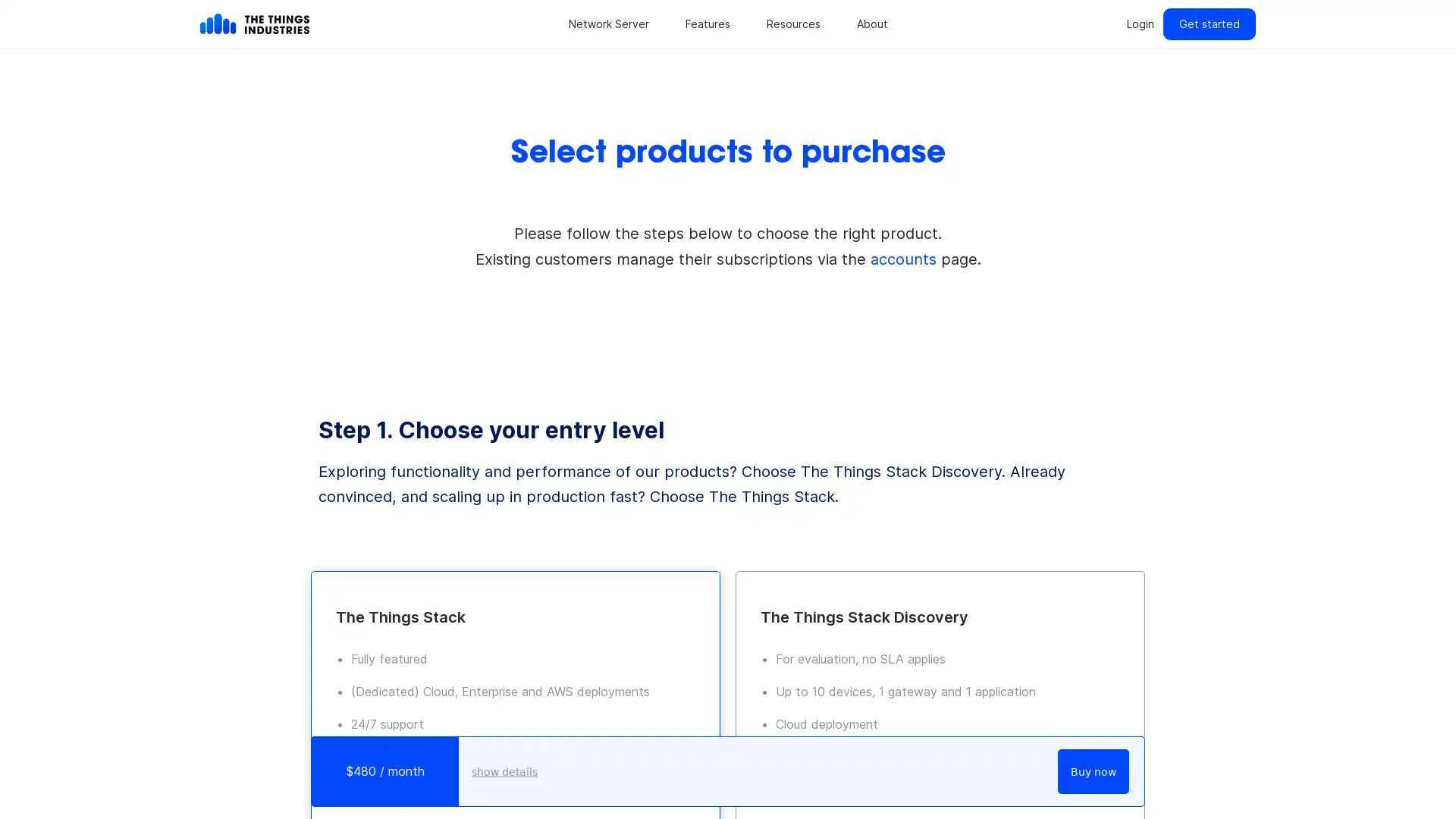  What do you see at coordinates (1417, 780) in the screenshot?
I see `Open Intercom Messenger` at bounding box center [1417, 780].